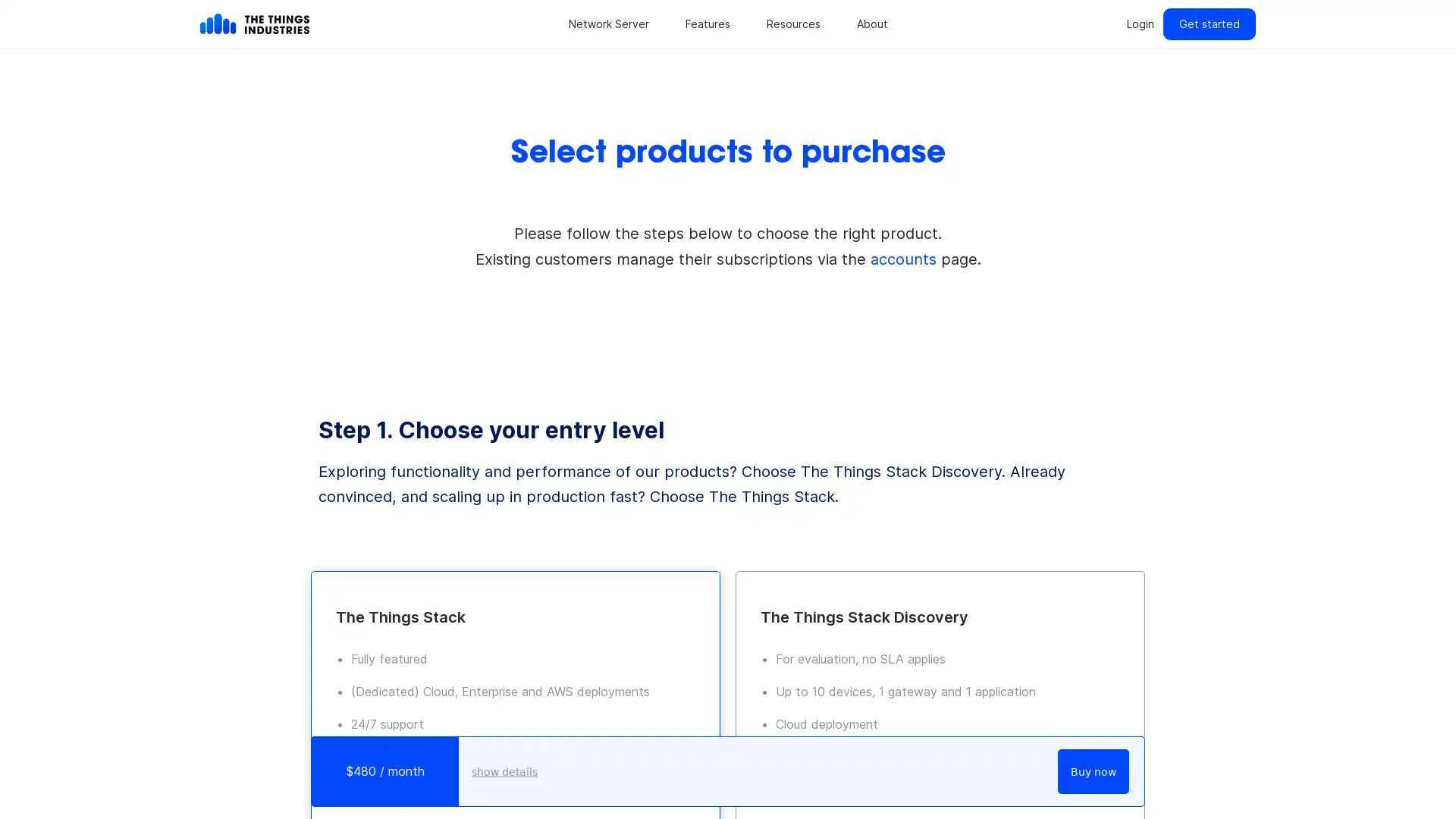  What do you see at coordinates (1417, 780) in the screenshot?
I see `Open Intercom Messenger` at bounding box center [1417, 780].